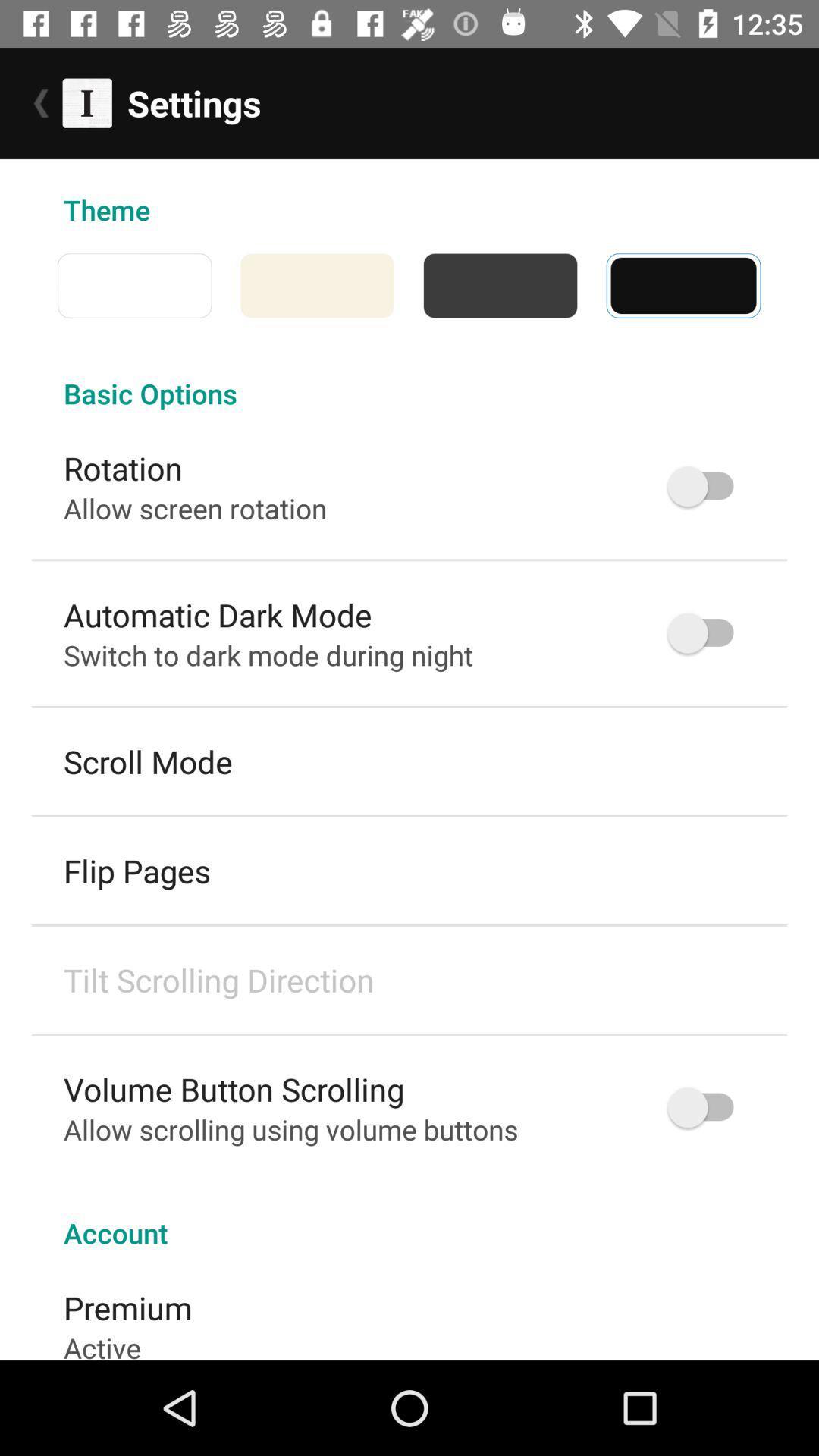 The height and width of the screenshot is (1456, 819). Describe the element at coordinates (194, 508) in the screenshot. I see `the allow screen rotation icon` at that location.